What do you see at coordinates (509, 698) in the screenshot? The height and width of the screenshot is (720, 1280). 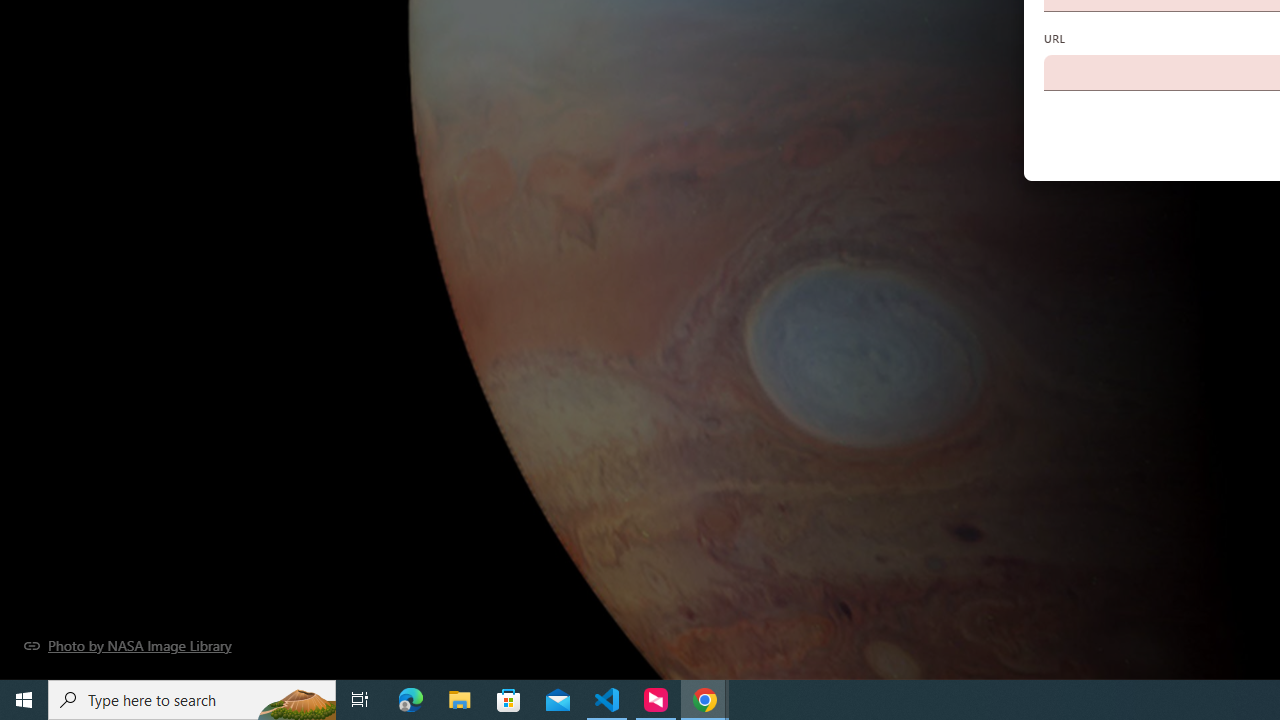 I see `'Microsoft Store'` at bounding box center [509, 698].